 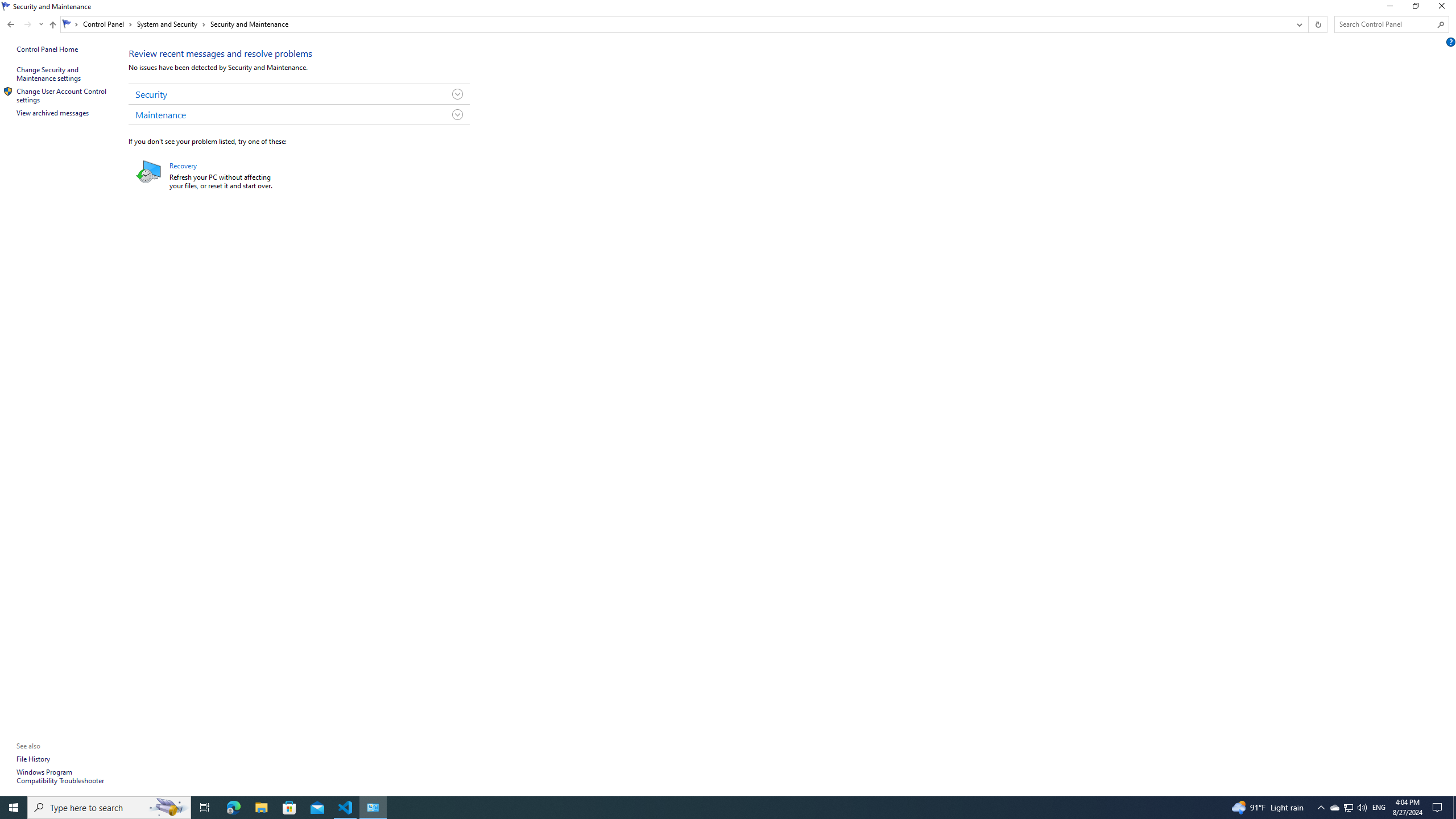 I want to click on 'Previous Locations', so click(x=1298, y=24).